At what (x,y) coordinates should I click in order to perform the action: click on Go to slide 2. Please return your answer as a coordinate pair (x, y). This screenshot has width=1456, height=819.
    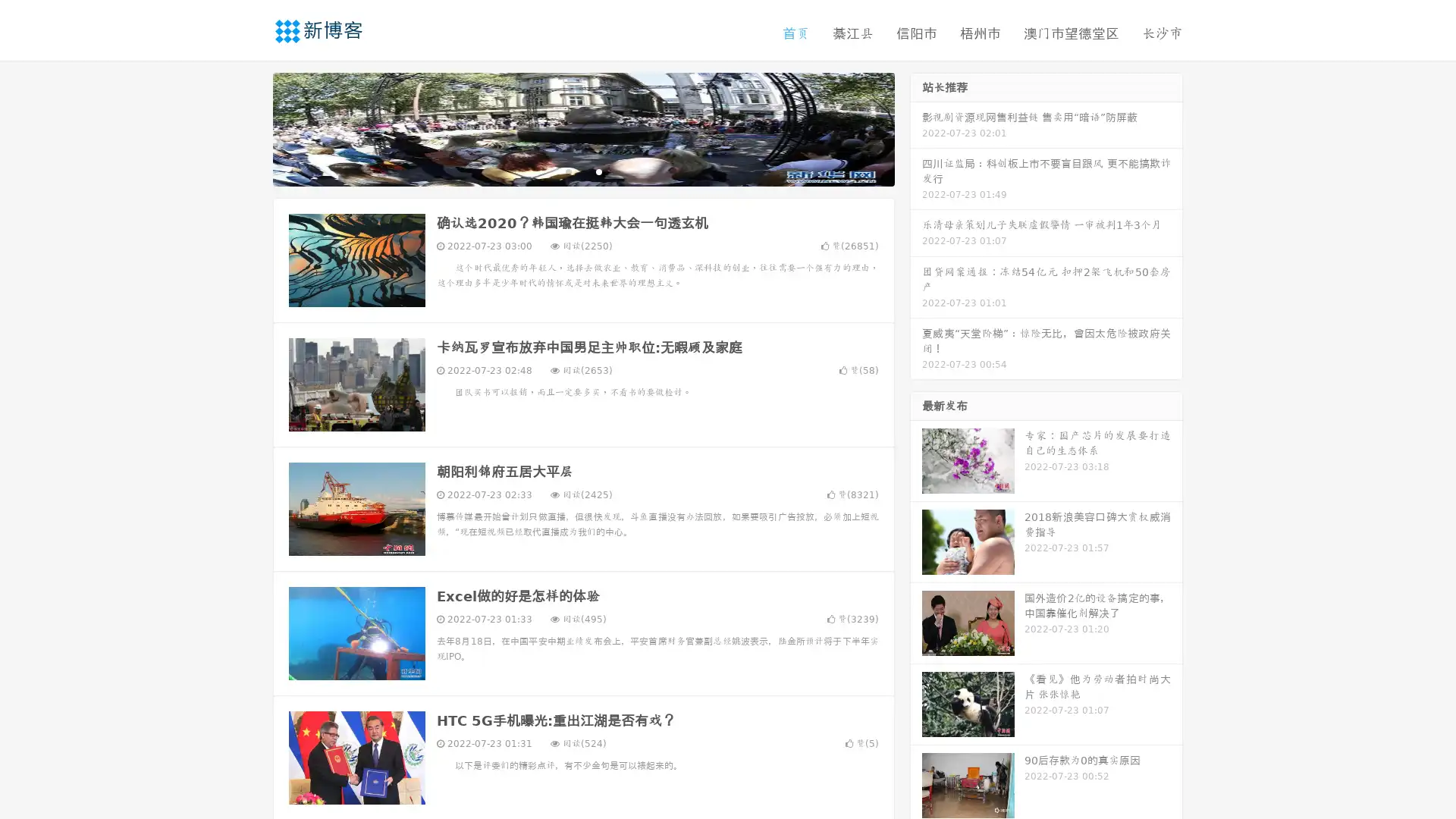
    Looking at the image, I should click on (582, 171).